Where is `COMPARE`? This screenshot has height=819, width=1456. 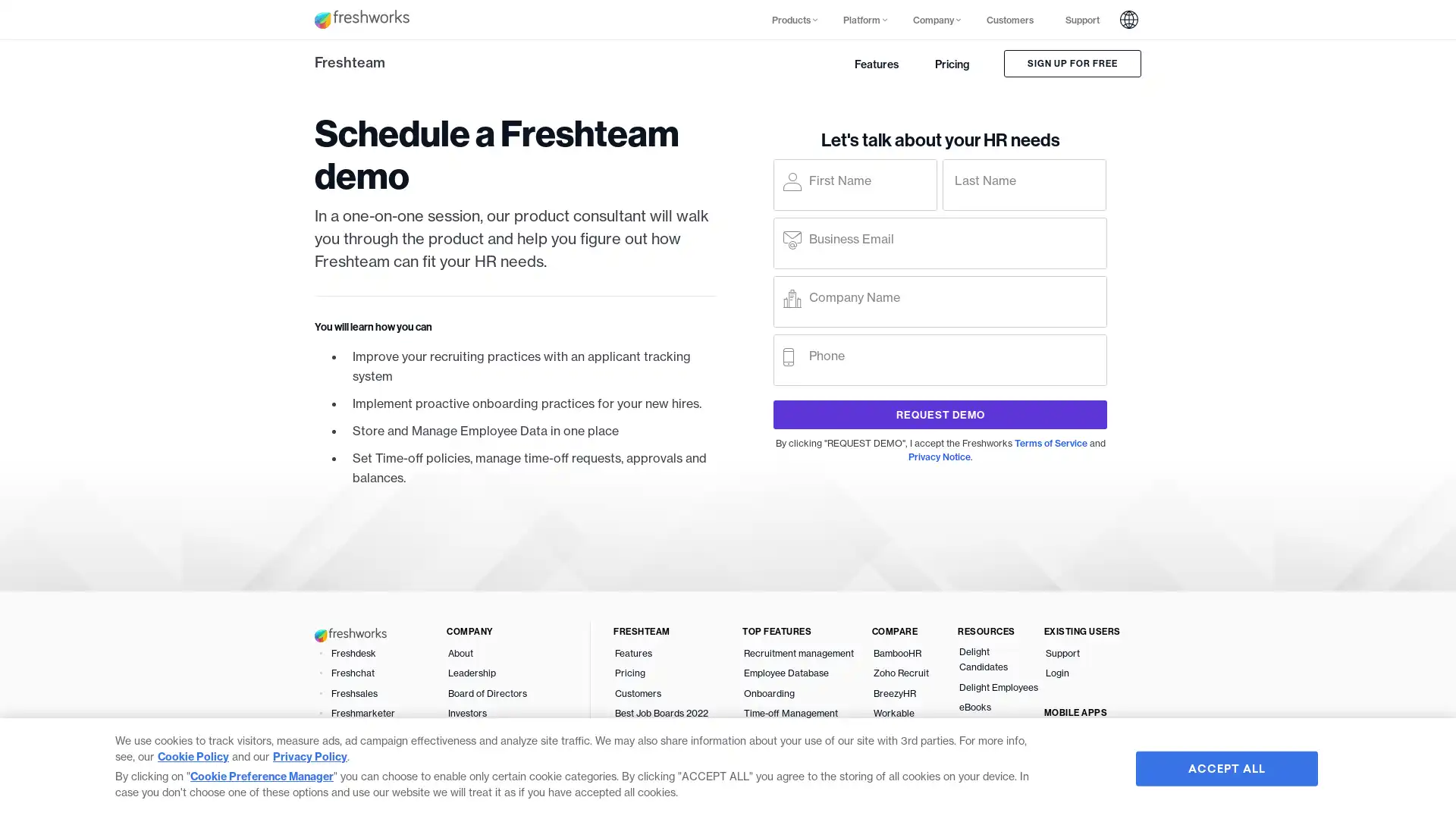
COMPARE is located at coordinates (913, 631).